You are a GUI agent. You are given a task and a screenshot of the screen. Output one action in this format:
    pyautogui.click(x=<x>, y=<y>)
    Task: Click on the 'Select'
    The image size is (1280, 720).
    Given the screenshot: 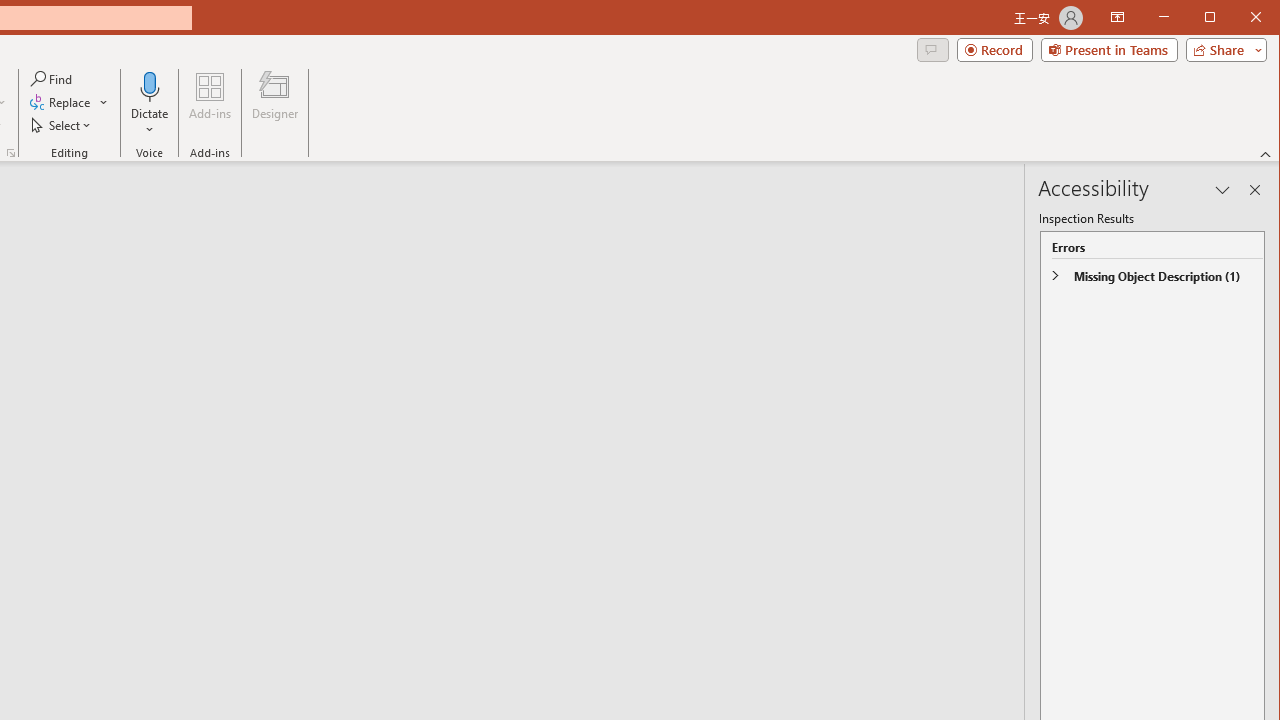 What is the action you would take?
    pyautogui.click(x=62, y=125)
    